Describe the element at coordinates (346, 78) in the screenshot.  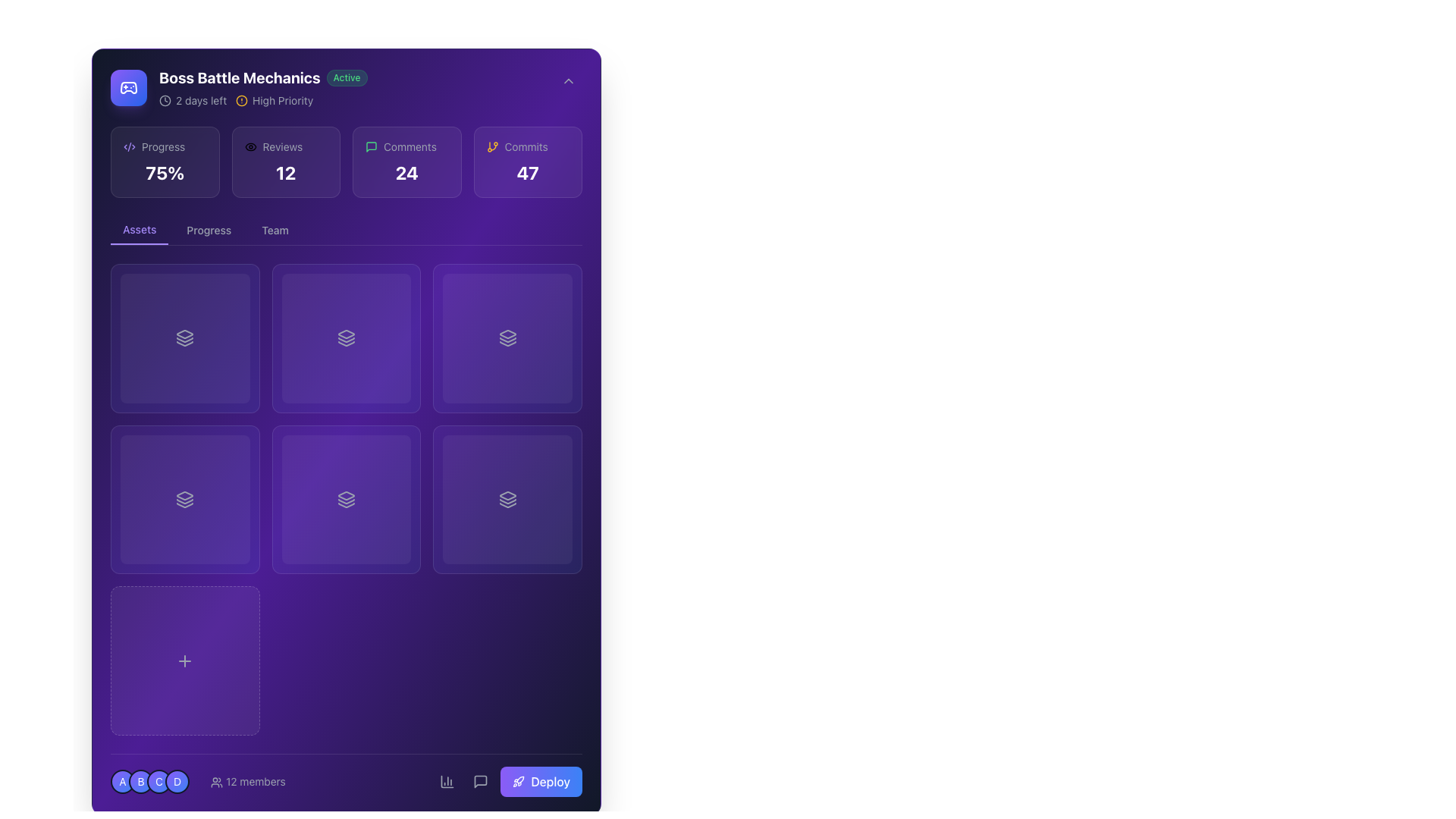
I see `the label that displays the status 'Active', which is located to the right of the text 'Boss Battle Mechanics'` at that location.